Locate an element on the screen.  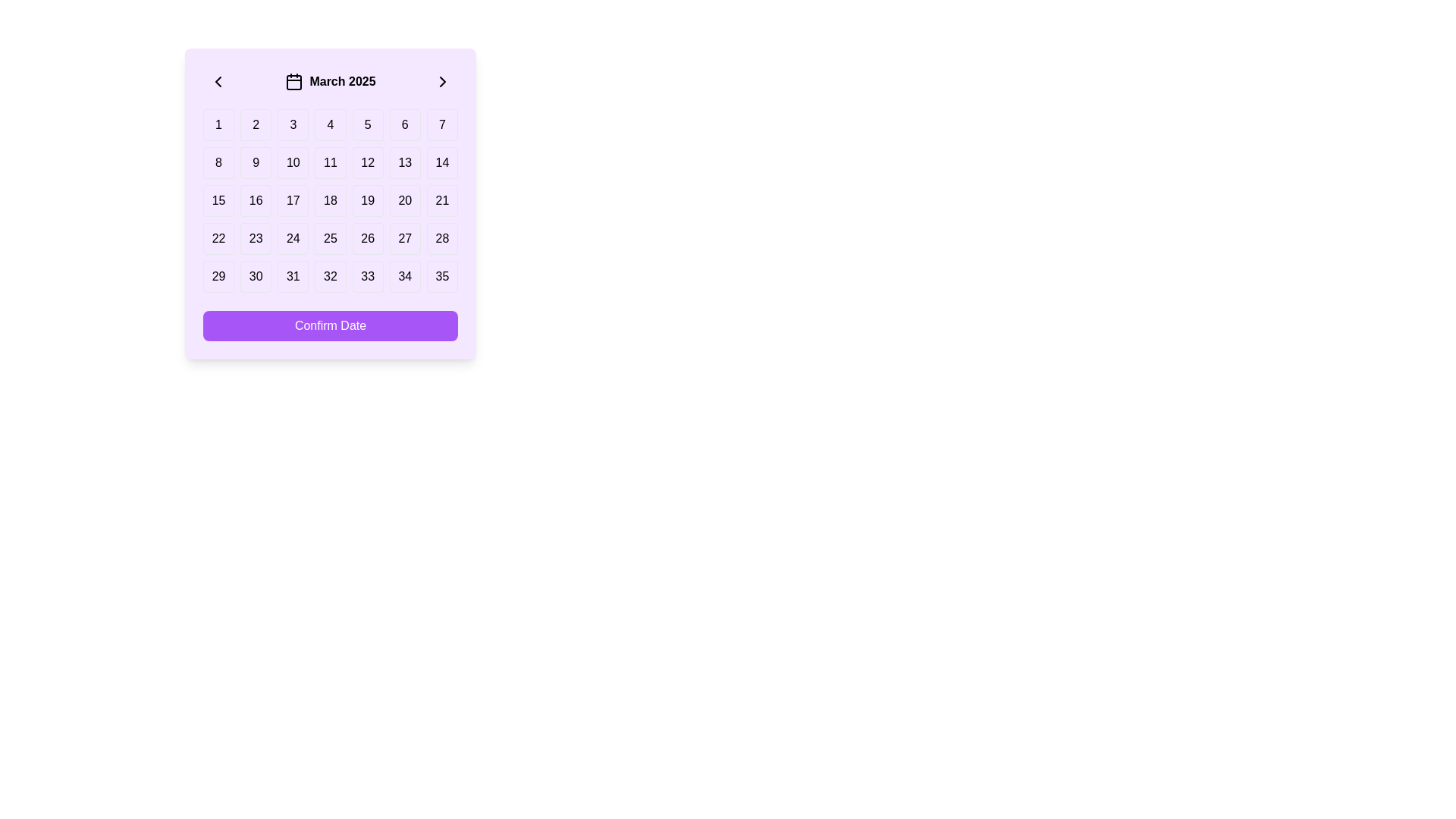
the text label displaying the currently selected month and year in the calendar view, which is located in the header section of the calendar widget is located at coordinates (341, 82).